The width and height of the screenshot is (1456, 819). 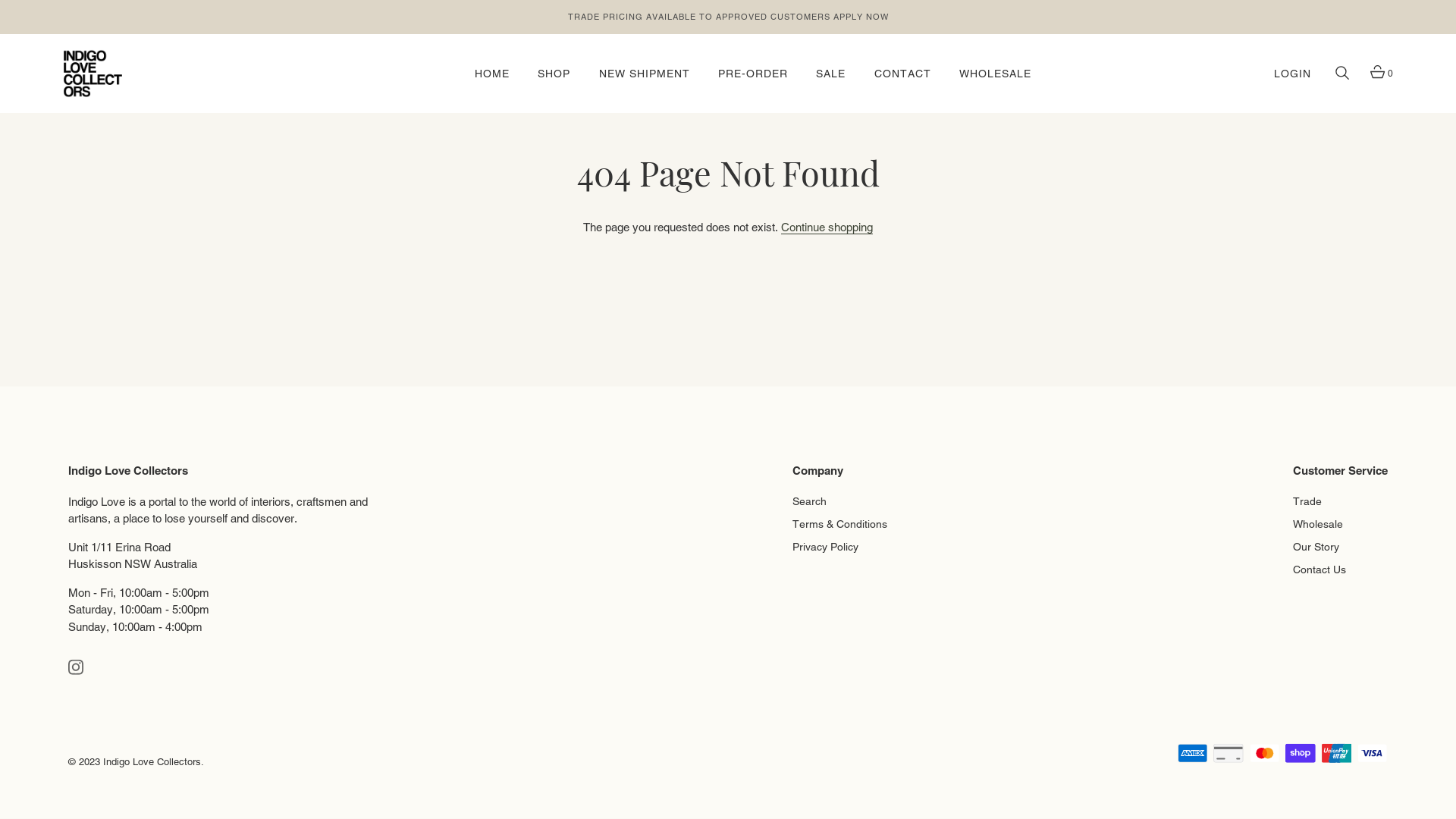 I want to click on 'CONTACT', so click(x=862, y=74).